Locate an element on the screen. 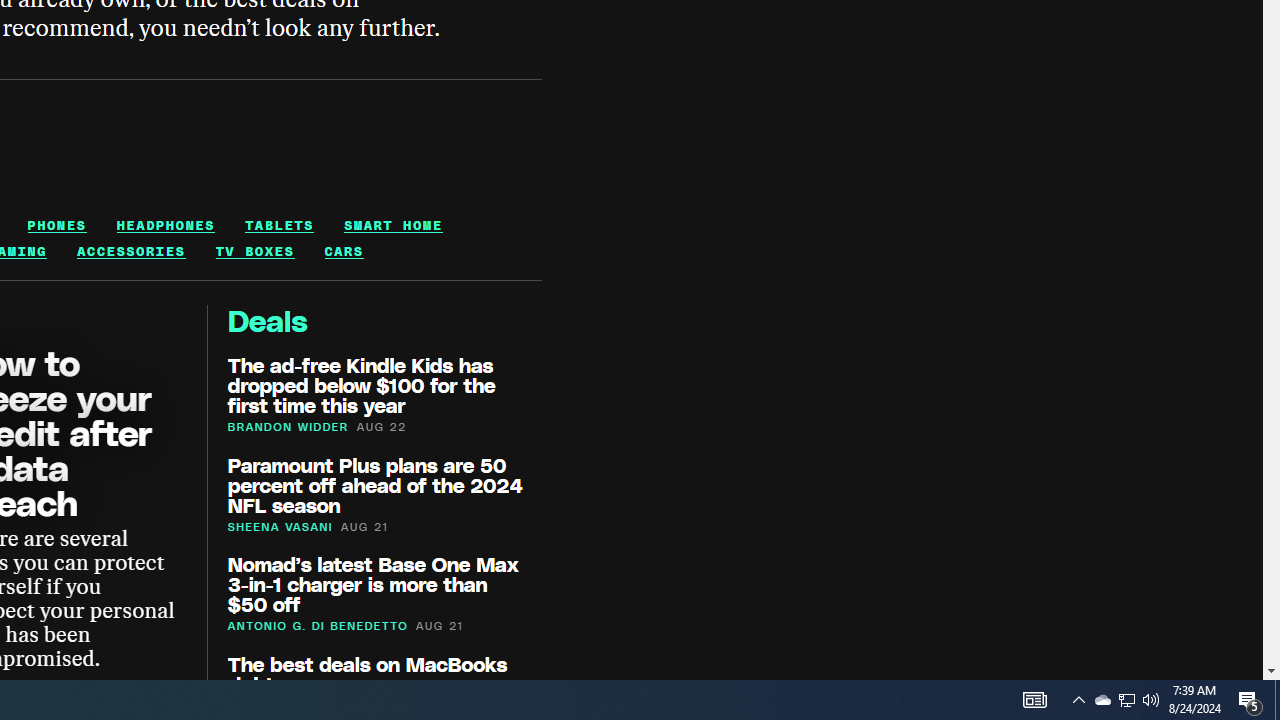  'The best deals on MacBooks right now' is located at coordinates (367, 673).